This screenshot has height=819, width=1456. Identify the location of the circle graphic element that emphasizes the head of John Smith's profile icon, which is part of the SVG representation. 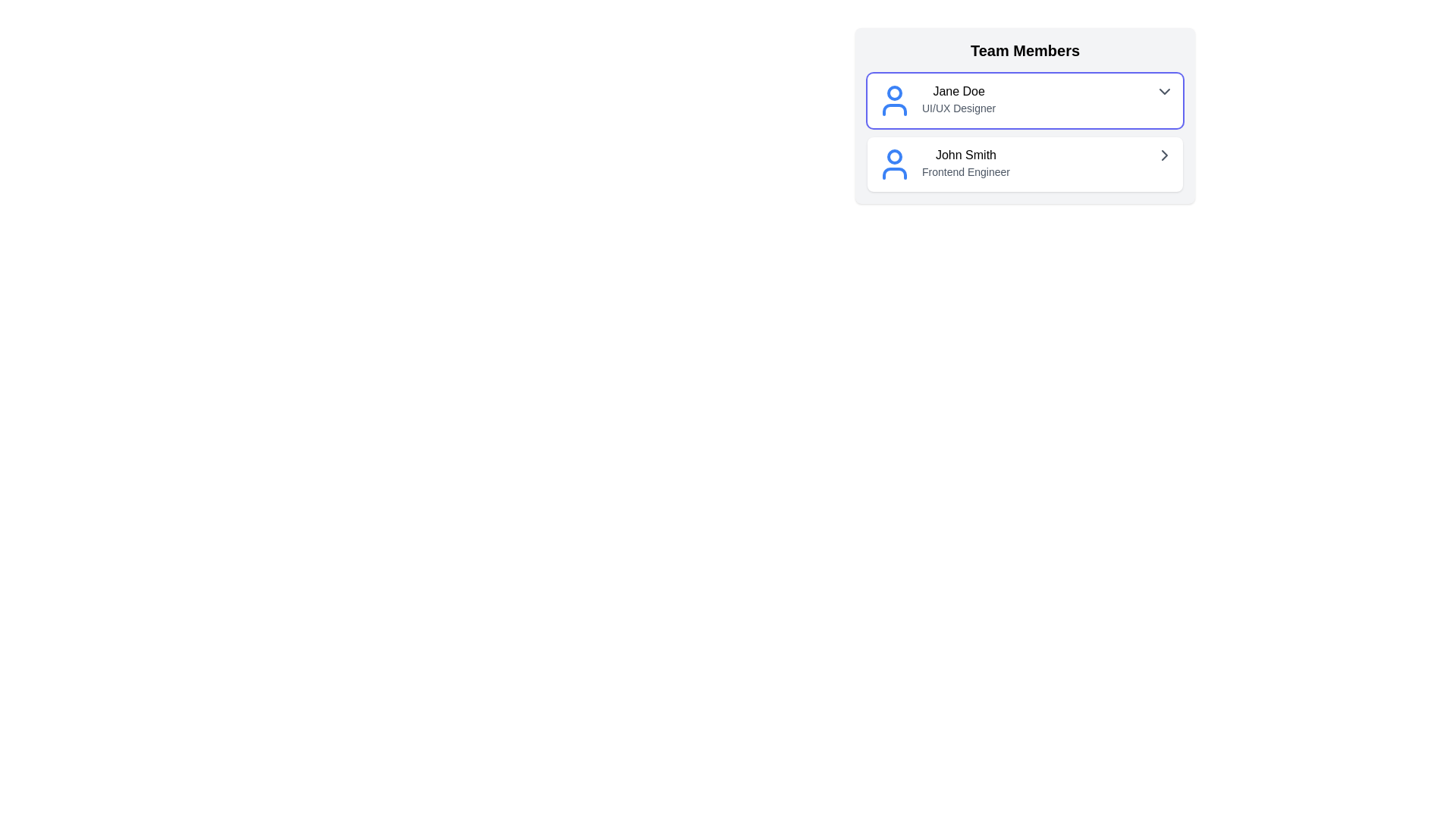
(895, 157).